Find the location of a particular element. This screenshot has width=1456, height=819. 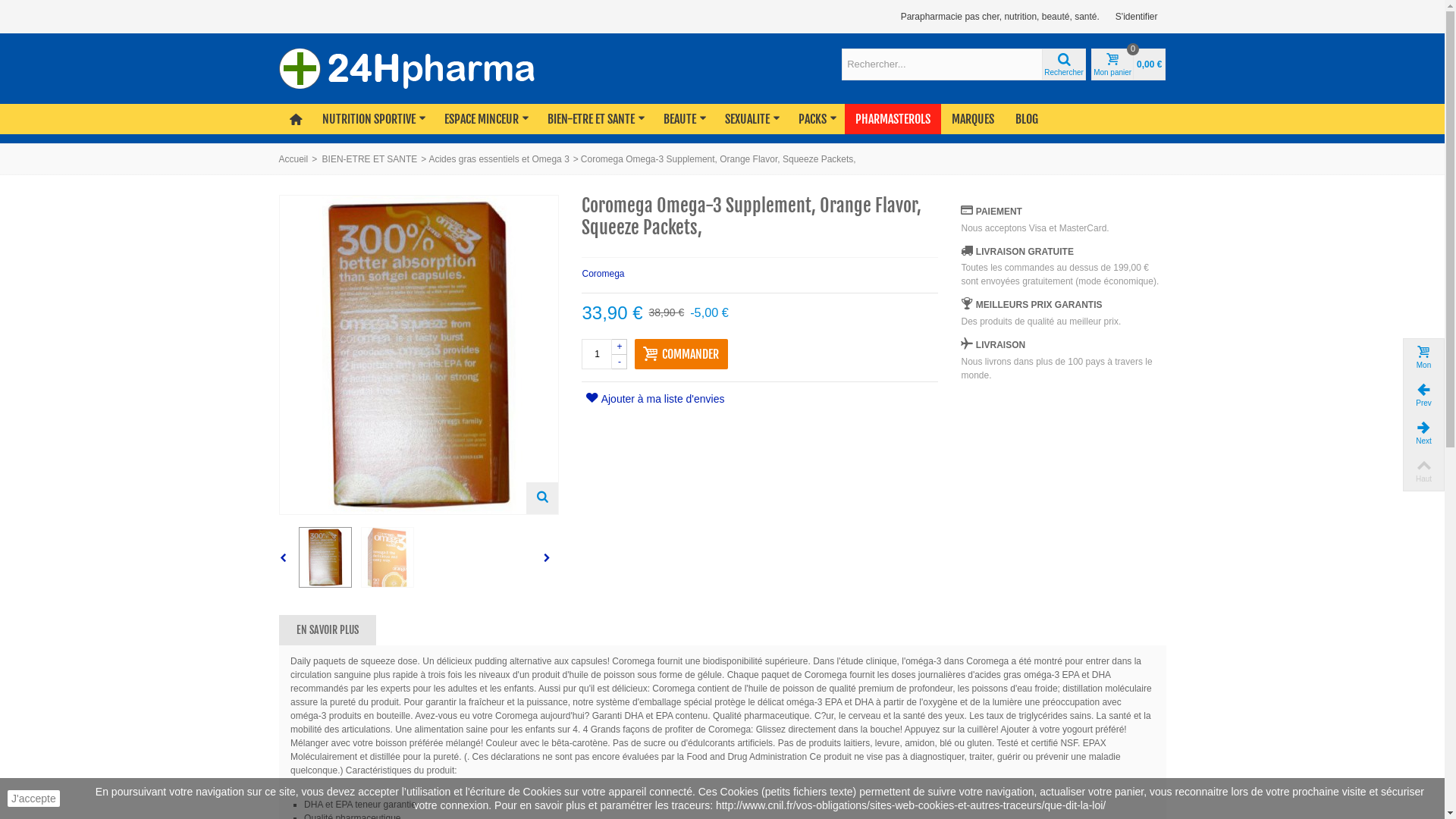

'COMMANDER' is located at coordinates (680, 353).